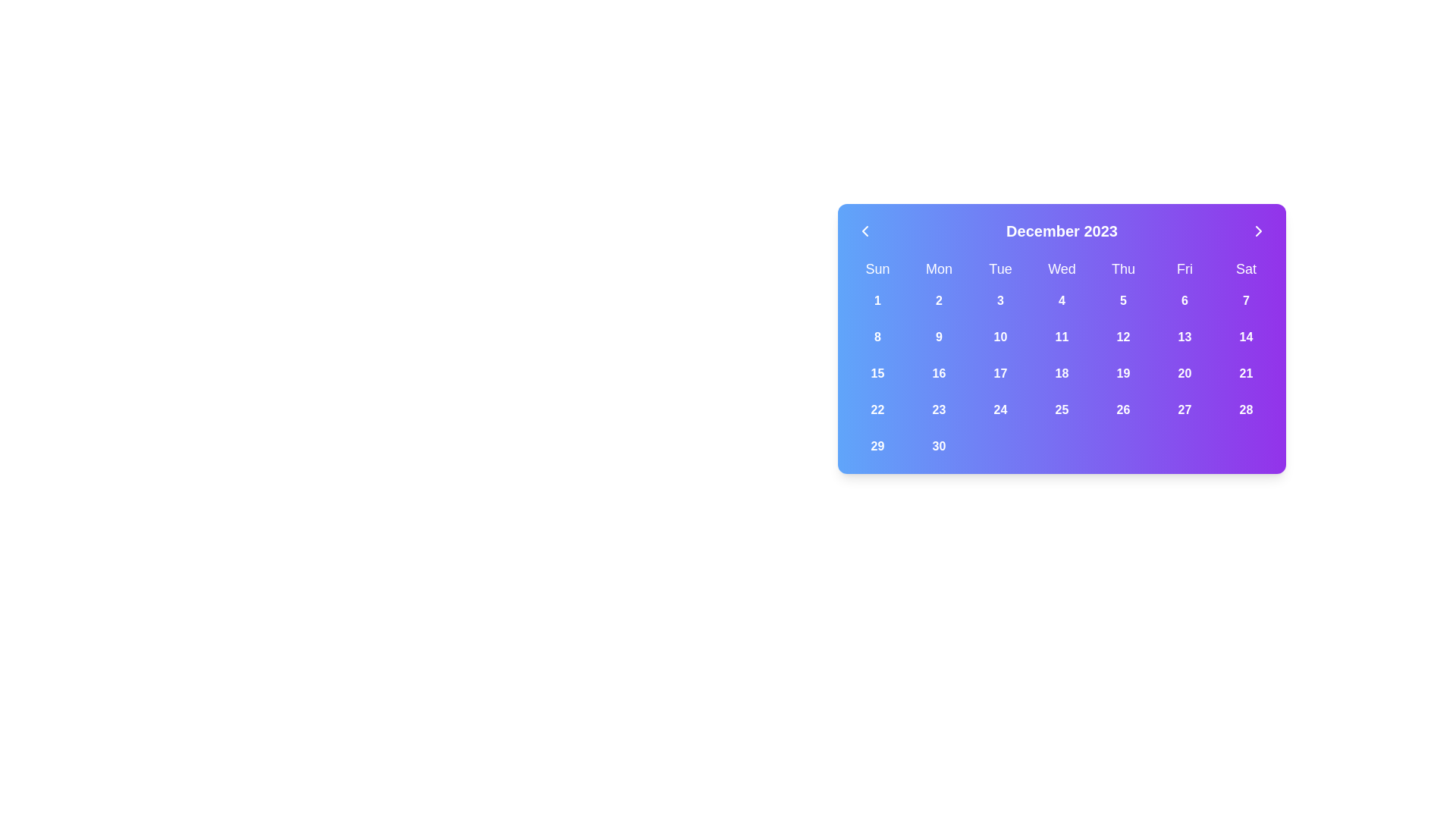  What do you see at coordinates (1000, 268) in the screenshot?
I see `the static text label indicating 'Tuesday' in the calendar header, which is positioned between 'Mon' and 'Wed'` at bounding box center [1000, 268].